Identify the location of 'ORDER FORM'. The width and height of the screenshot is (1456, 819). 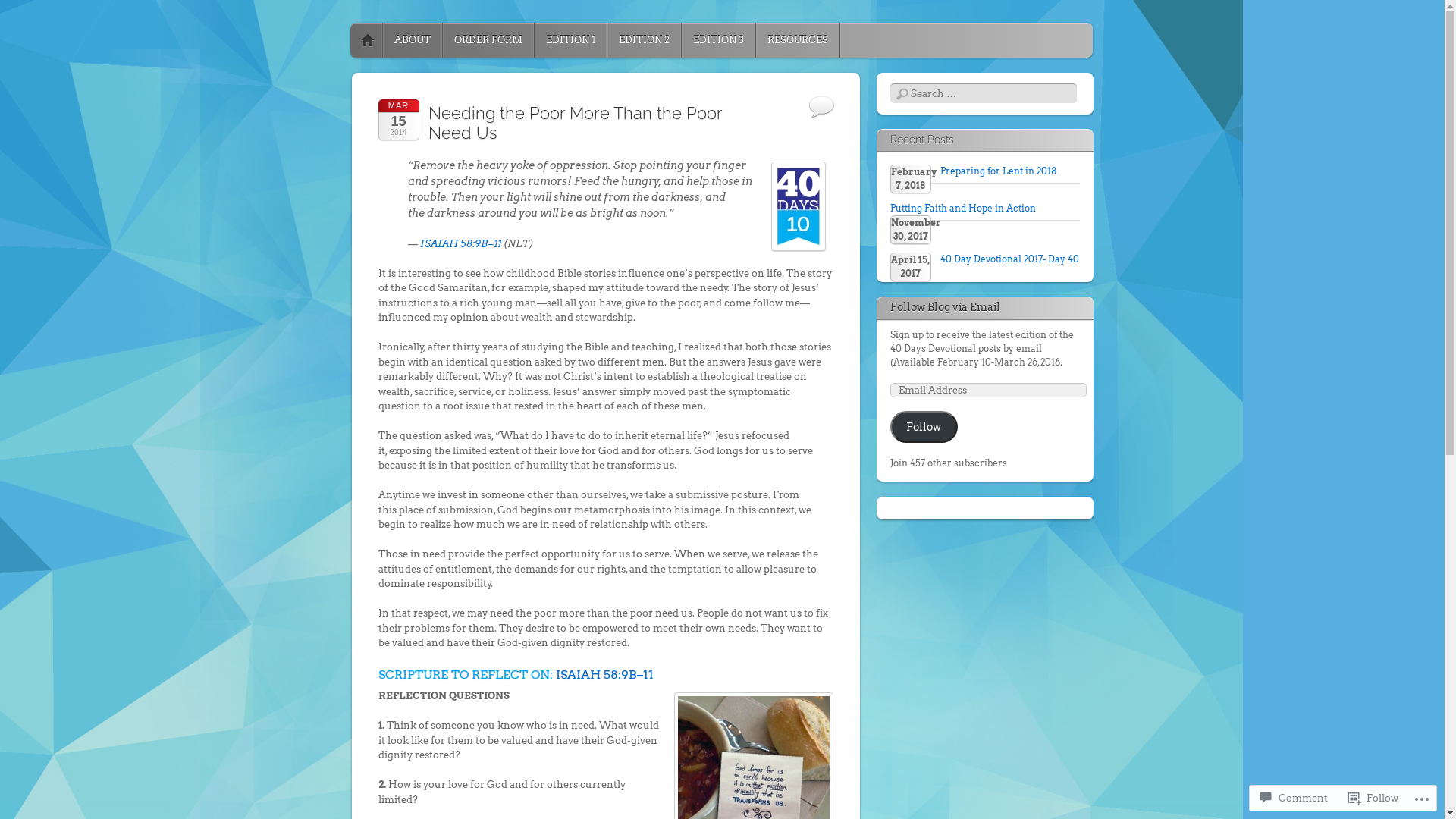
(488, 39).